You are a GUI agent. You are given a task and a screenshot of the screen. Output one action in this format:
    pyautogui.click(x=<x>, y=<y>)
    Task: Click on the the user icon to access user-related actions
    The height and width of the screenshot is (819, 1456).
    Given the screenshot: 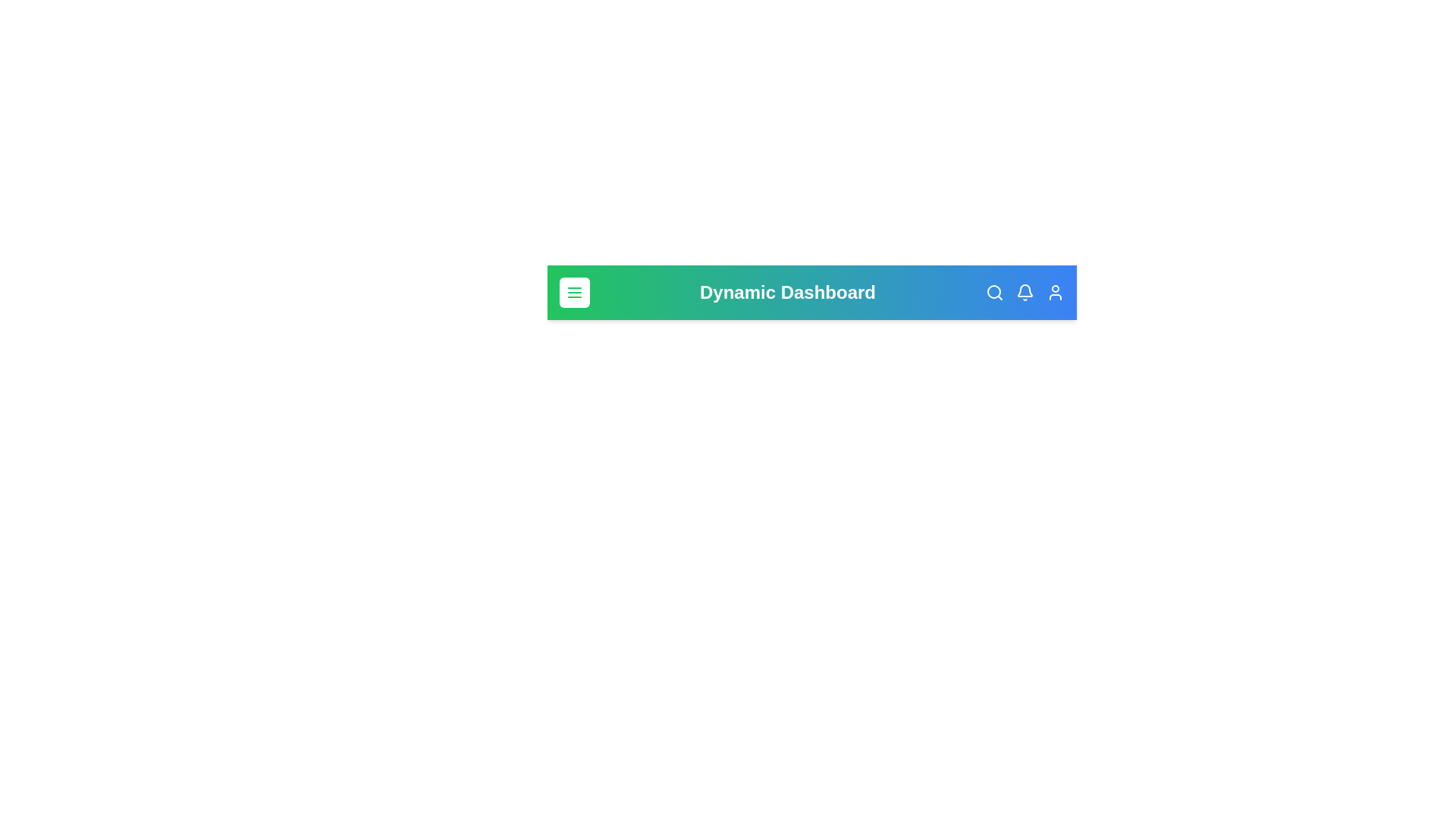 What is the action you would take?
    pyautogui.click(x=1055, y=292)
    